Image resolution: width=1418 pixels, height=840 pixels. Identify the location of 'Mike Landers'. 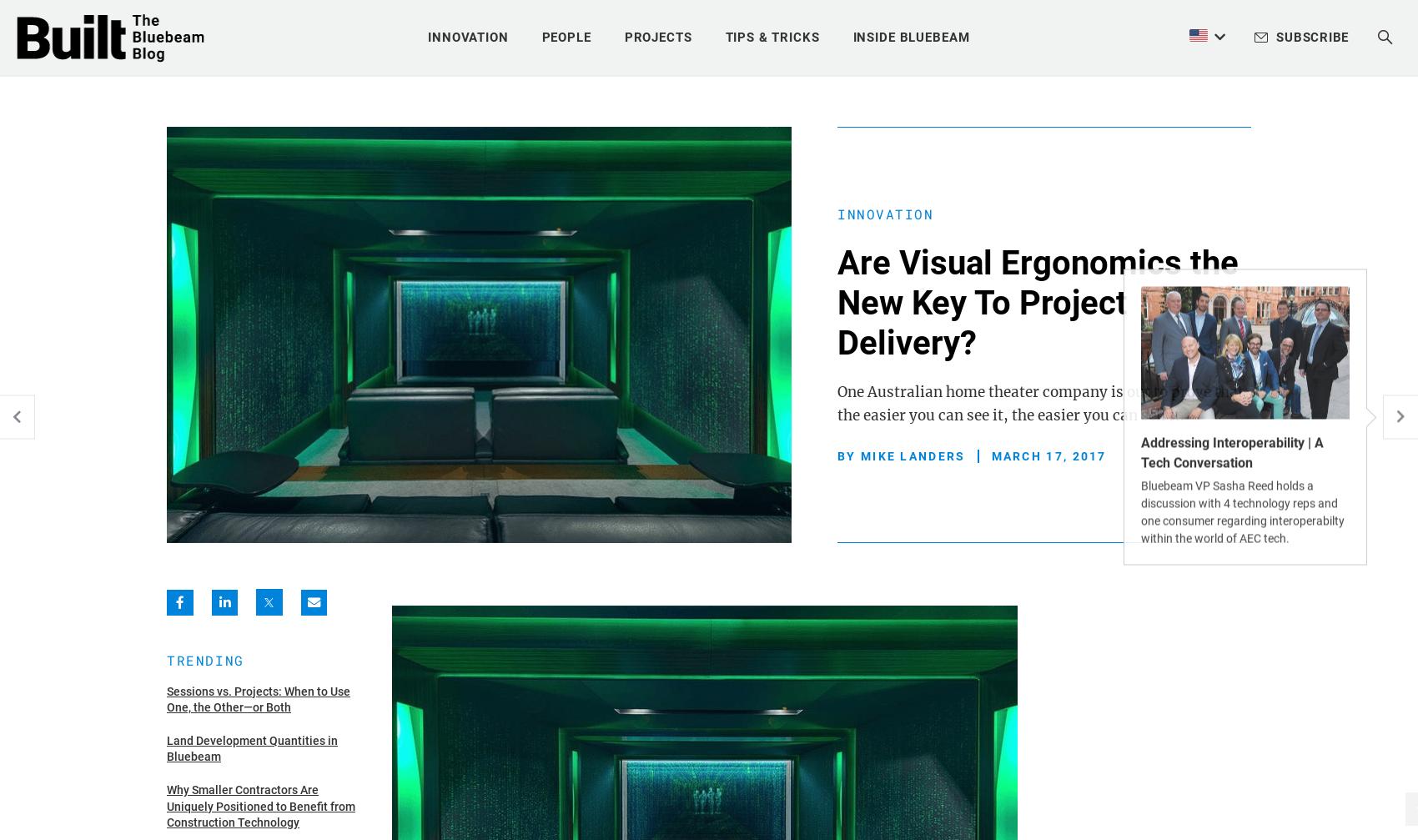
(912, 454).